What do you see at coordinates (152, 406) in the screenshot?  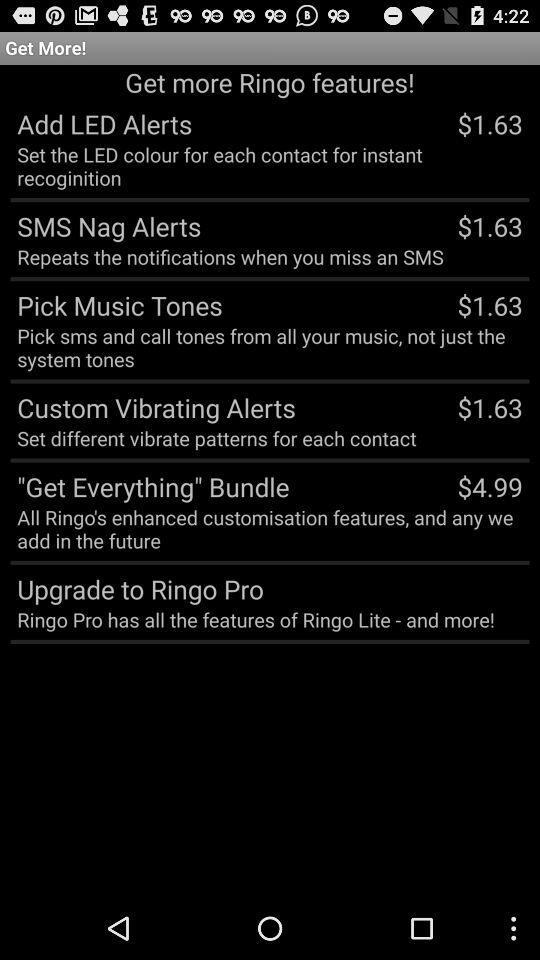 I see `the app next to the $1.63 app` at bounding box center [152, 406].